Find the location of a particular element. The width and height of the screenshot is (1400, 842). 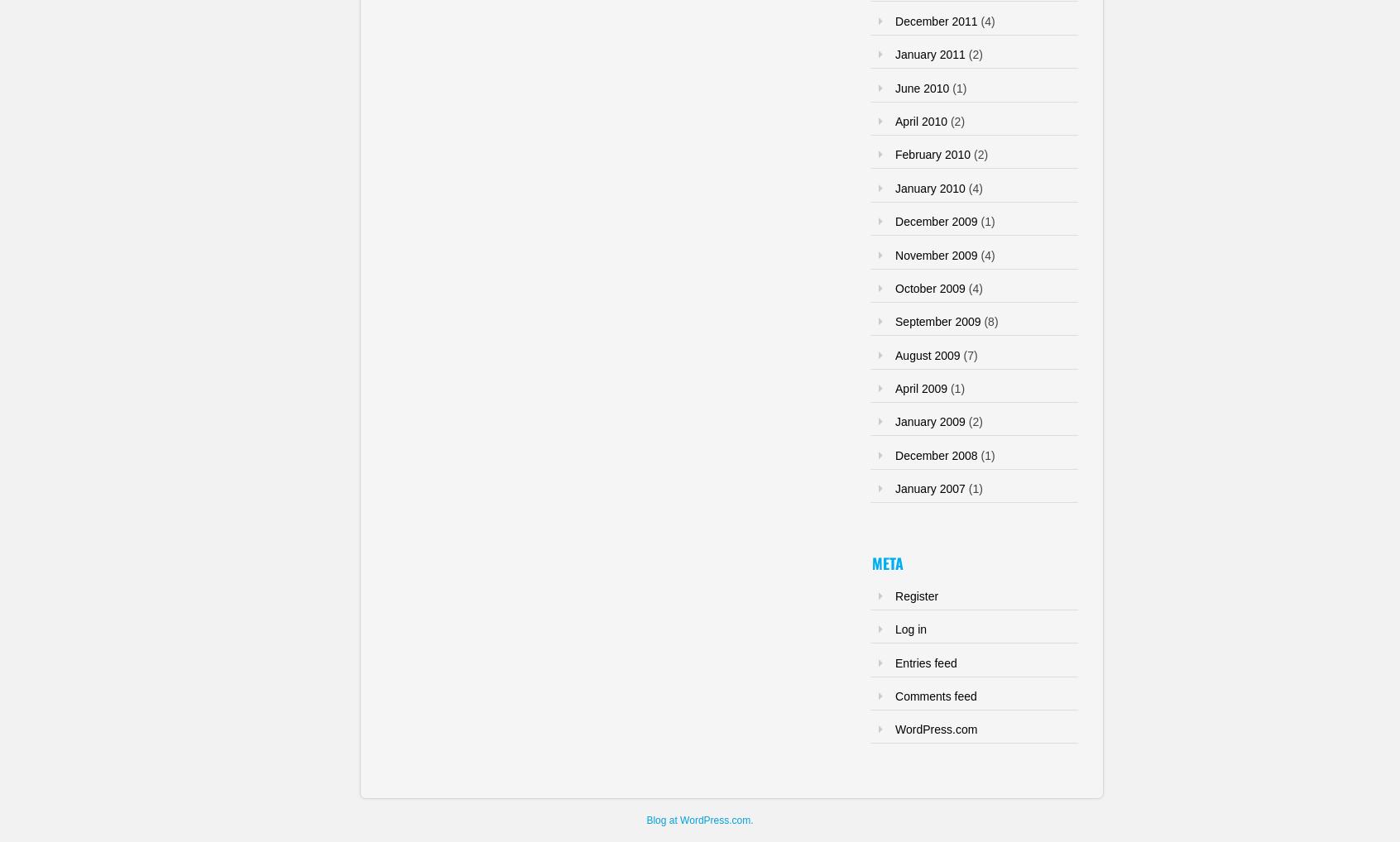

'November 2009' is located at coordinates (935, 254).